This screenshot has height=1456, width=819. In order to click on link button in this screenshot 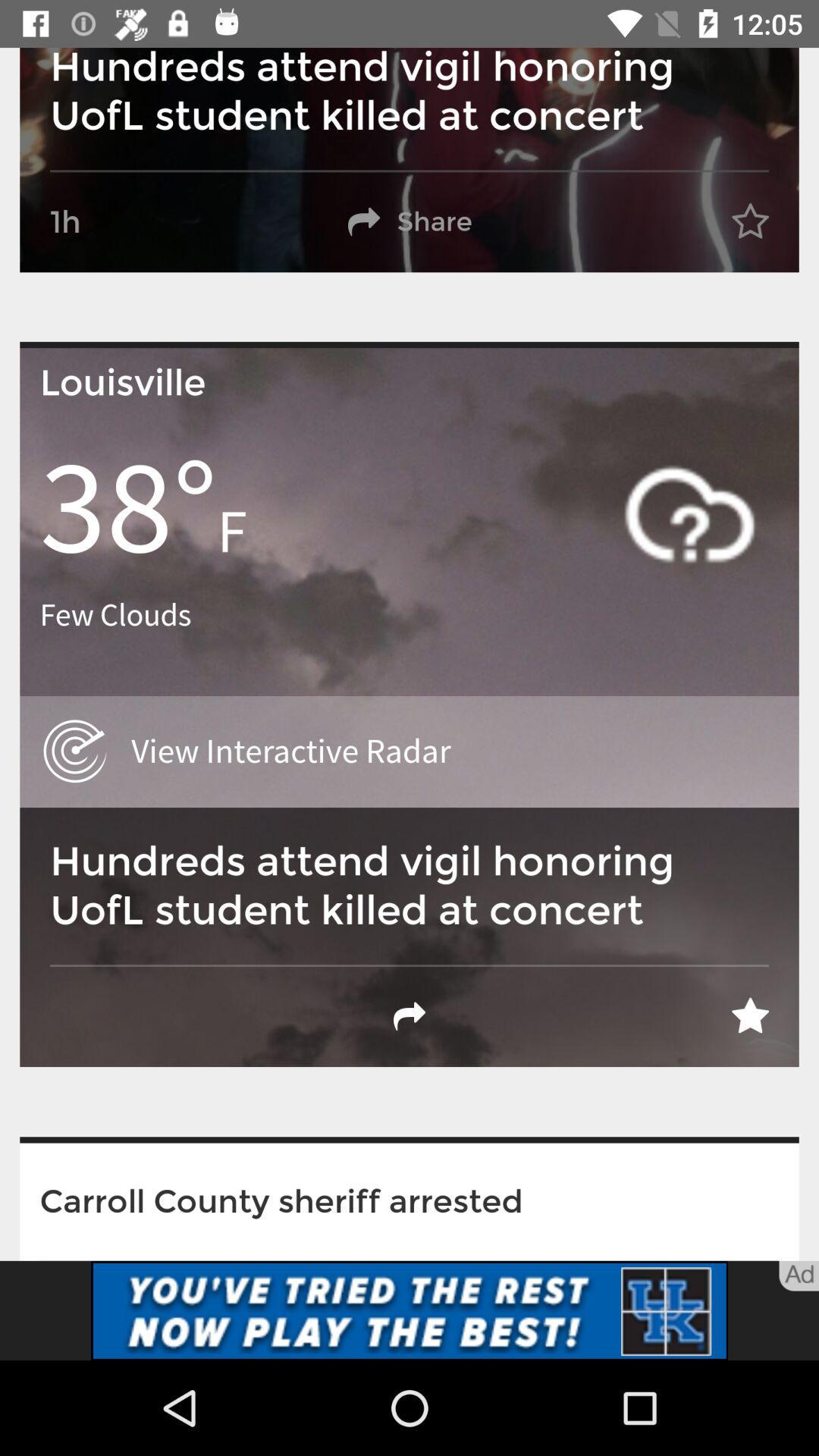, I will do `click(409, 1310)`.